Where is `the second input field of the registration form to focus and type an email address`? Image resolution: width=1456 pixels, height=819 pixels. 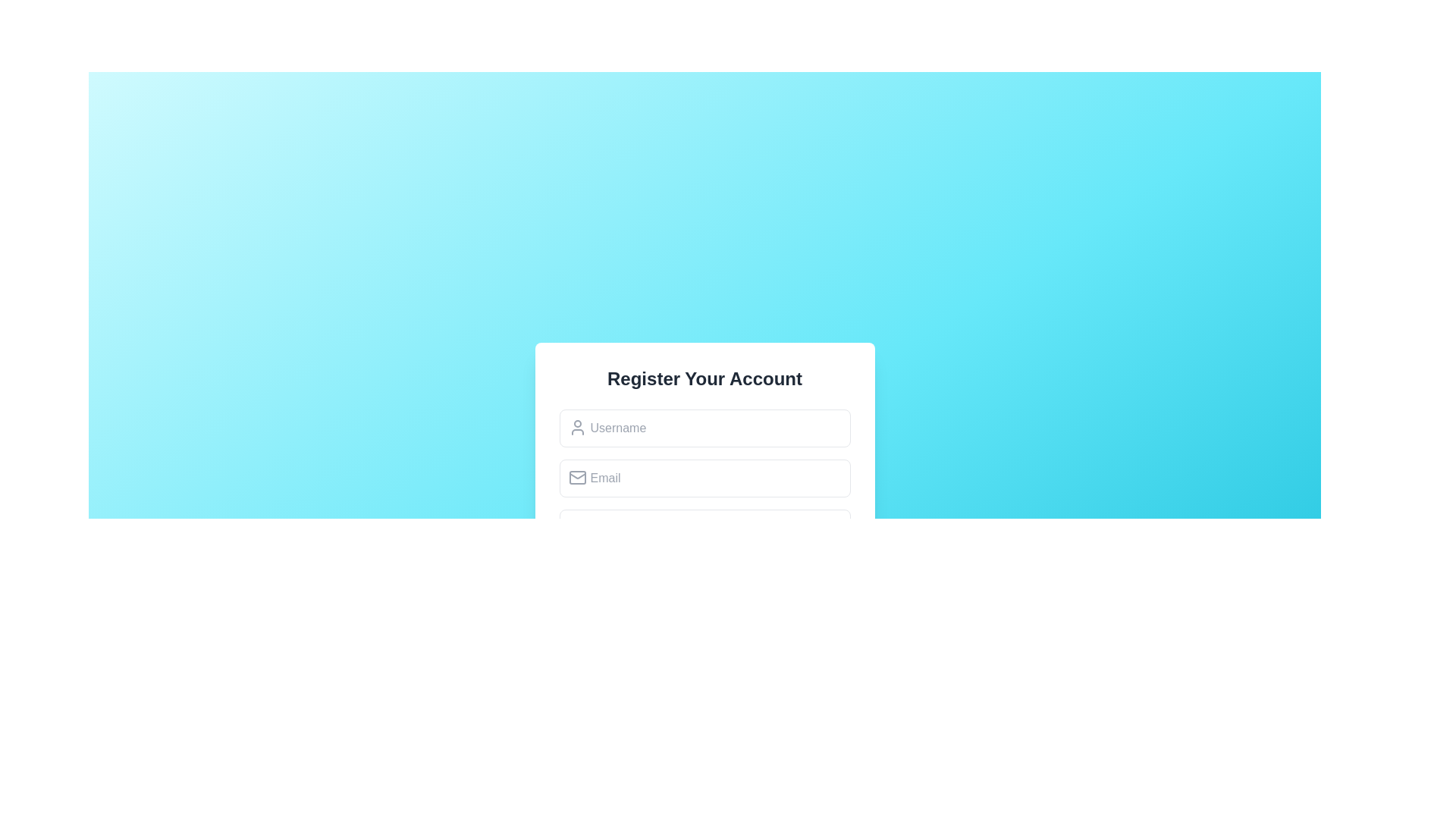
the second input field of the registration form to focus and type an email address is located at coordinates (704, 482).